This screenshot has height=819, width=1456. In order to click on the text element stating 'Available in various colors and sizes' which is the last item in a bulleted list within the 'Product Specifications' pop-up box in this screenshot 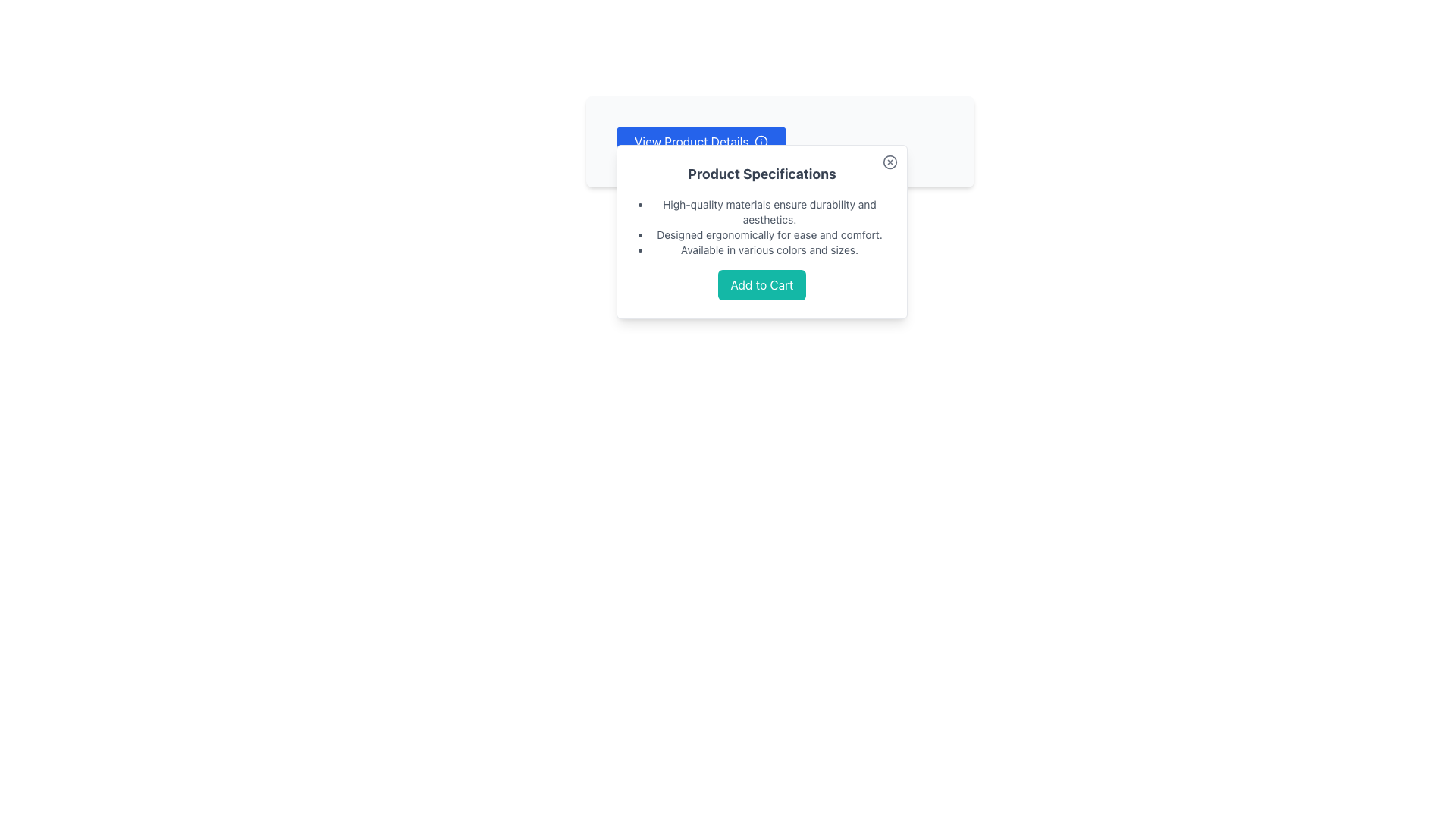, I will do `click(769, 249)`.